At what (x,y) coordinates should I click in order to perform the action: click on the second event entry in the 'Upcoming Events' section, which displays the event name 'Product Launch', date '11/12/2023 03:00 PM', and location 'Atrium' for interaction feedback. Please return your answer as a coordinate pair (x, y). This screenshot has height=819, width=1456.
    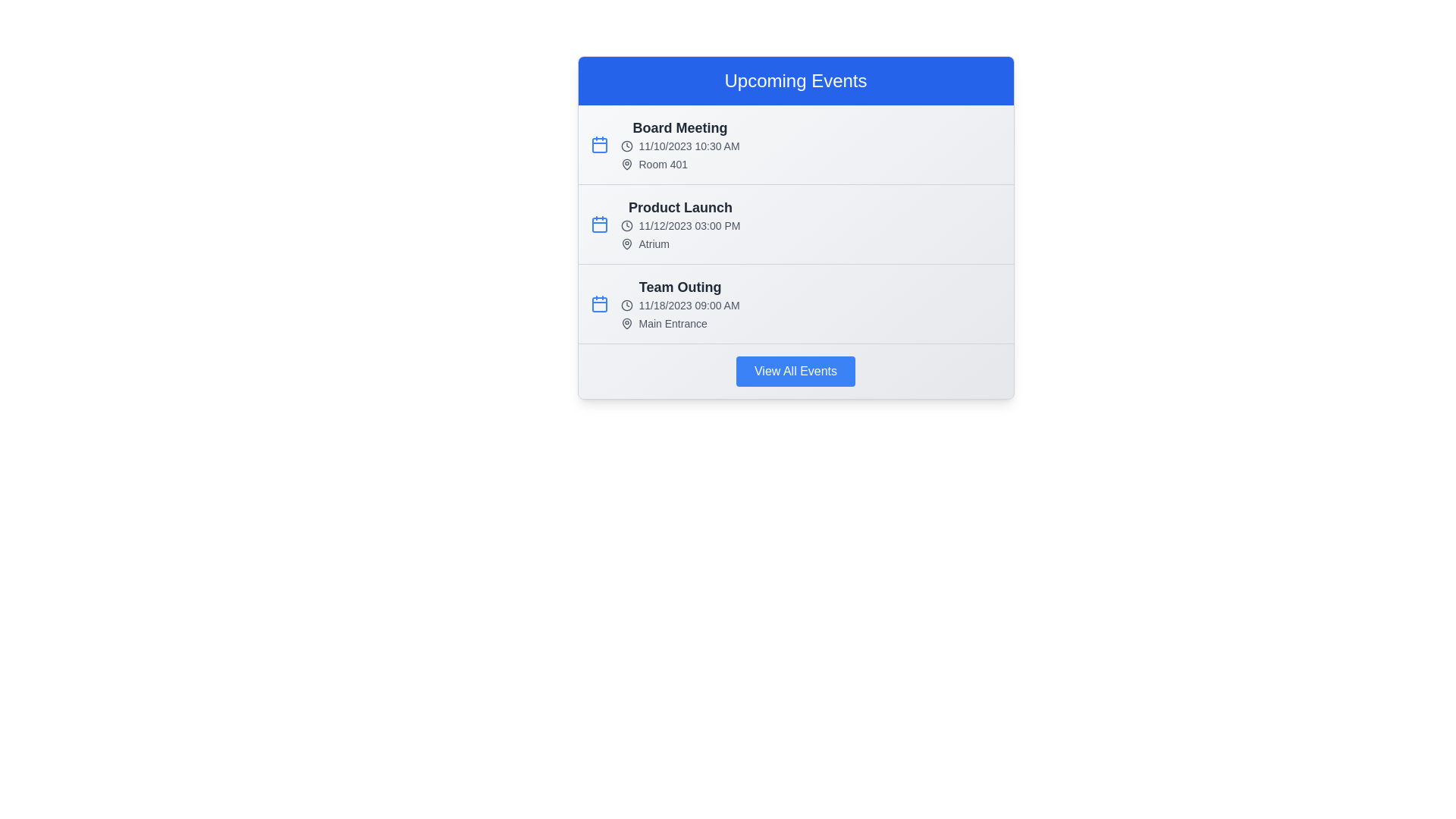
    Looking at the image, I should click on (795, 224).